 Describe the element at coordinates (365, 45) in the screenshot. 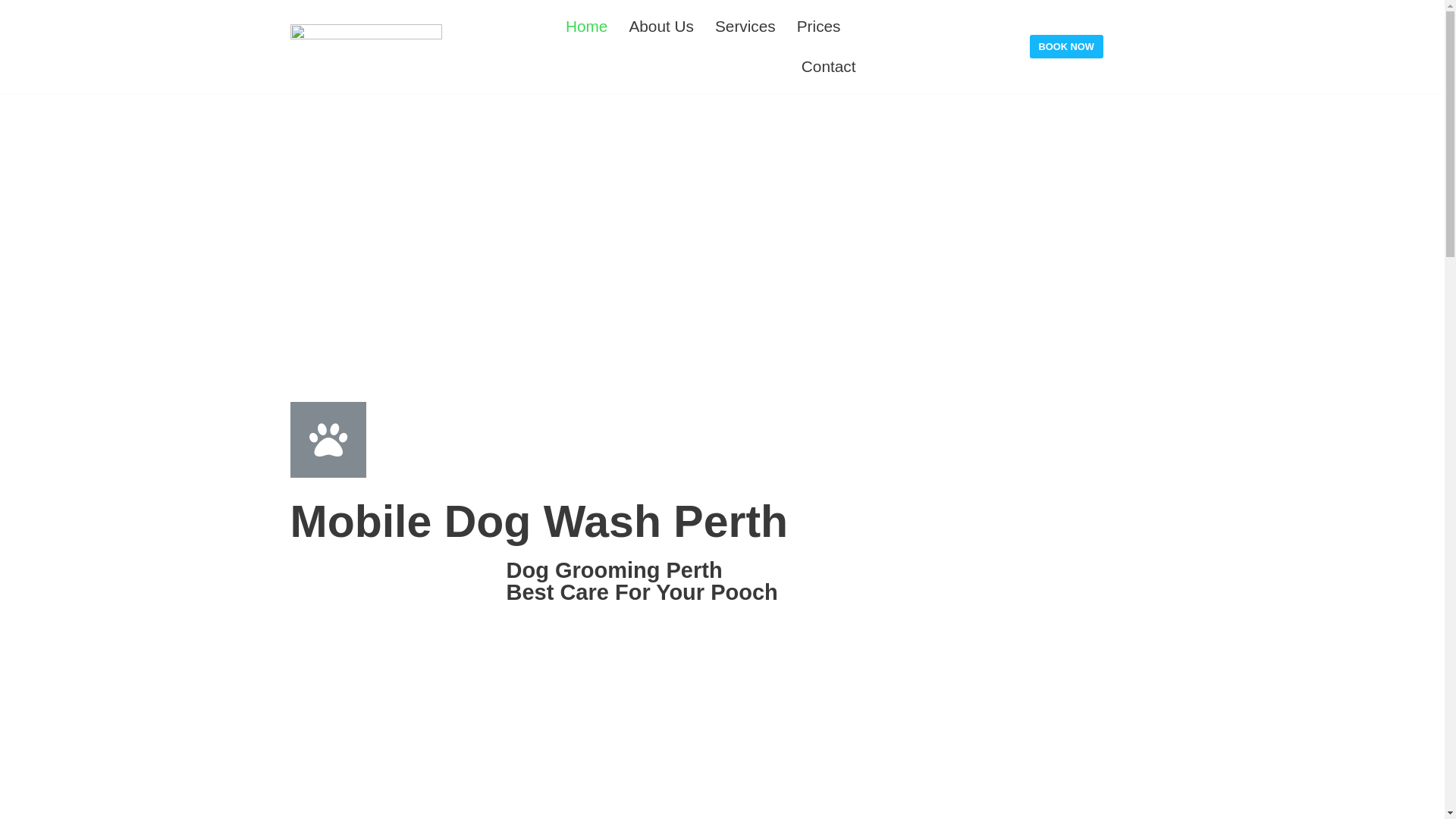

I see `'Mobile Dog Wash'` at that location.